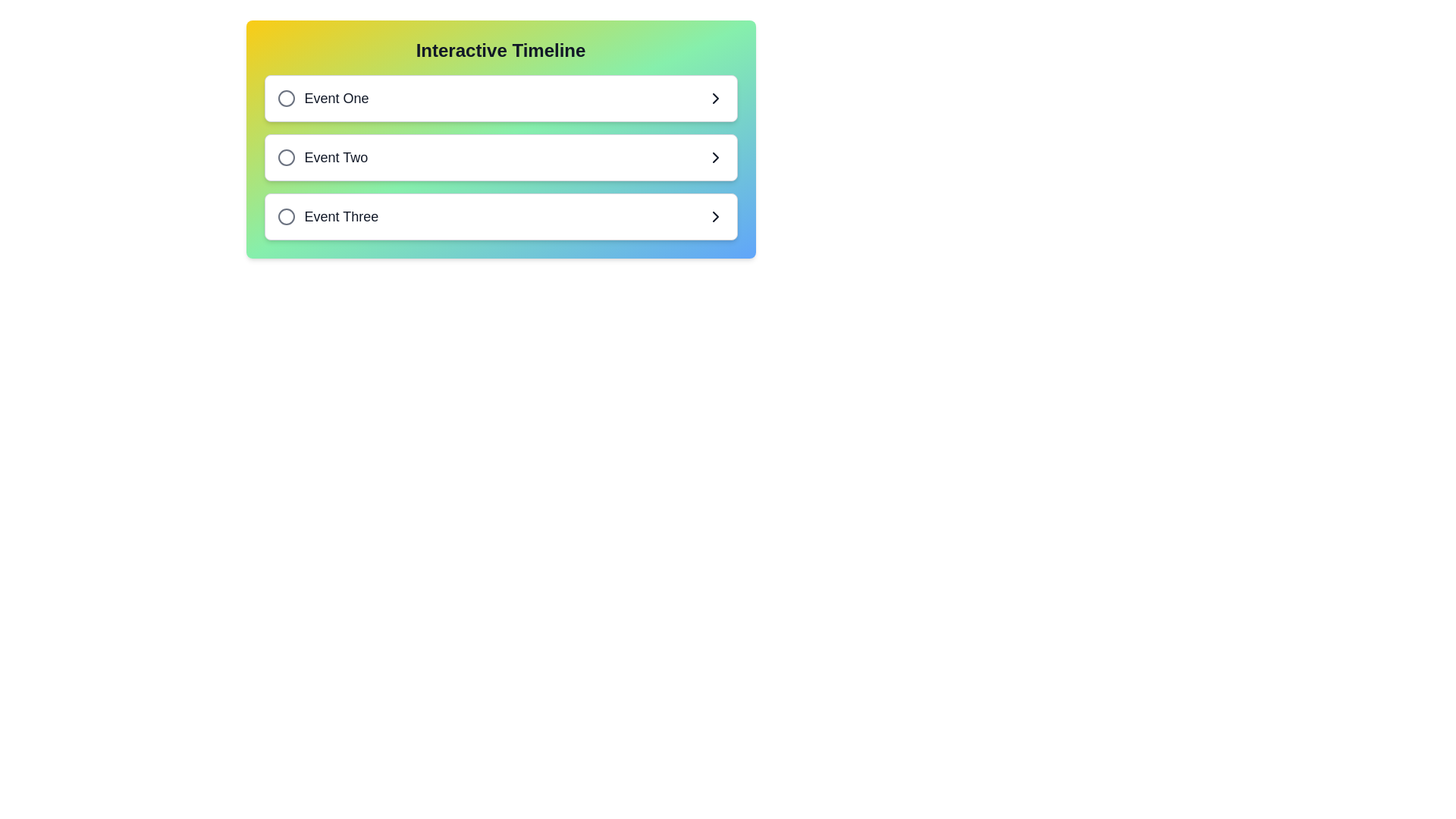  Describe the element at coordinates (286, 158) in the screenshot. I see `the grey-stroke circle positioned between 'Event One' and 'Event Three' in the vertically-stacked list of circles` at that location.